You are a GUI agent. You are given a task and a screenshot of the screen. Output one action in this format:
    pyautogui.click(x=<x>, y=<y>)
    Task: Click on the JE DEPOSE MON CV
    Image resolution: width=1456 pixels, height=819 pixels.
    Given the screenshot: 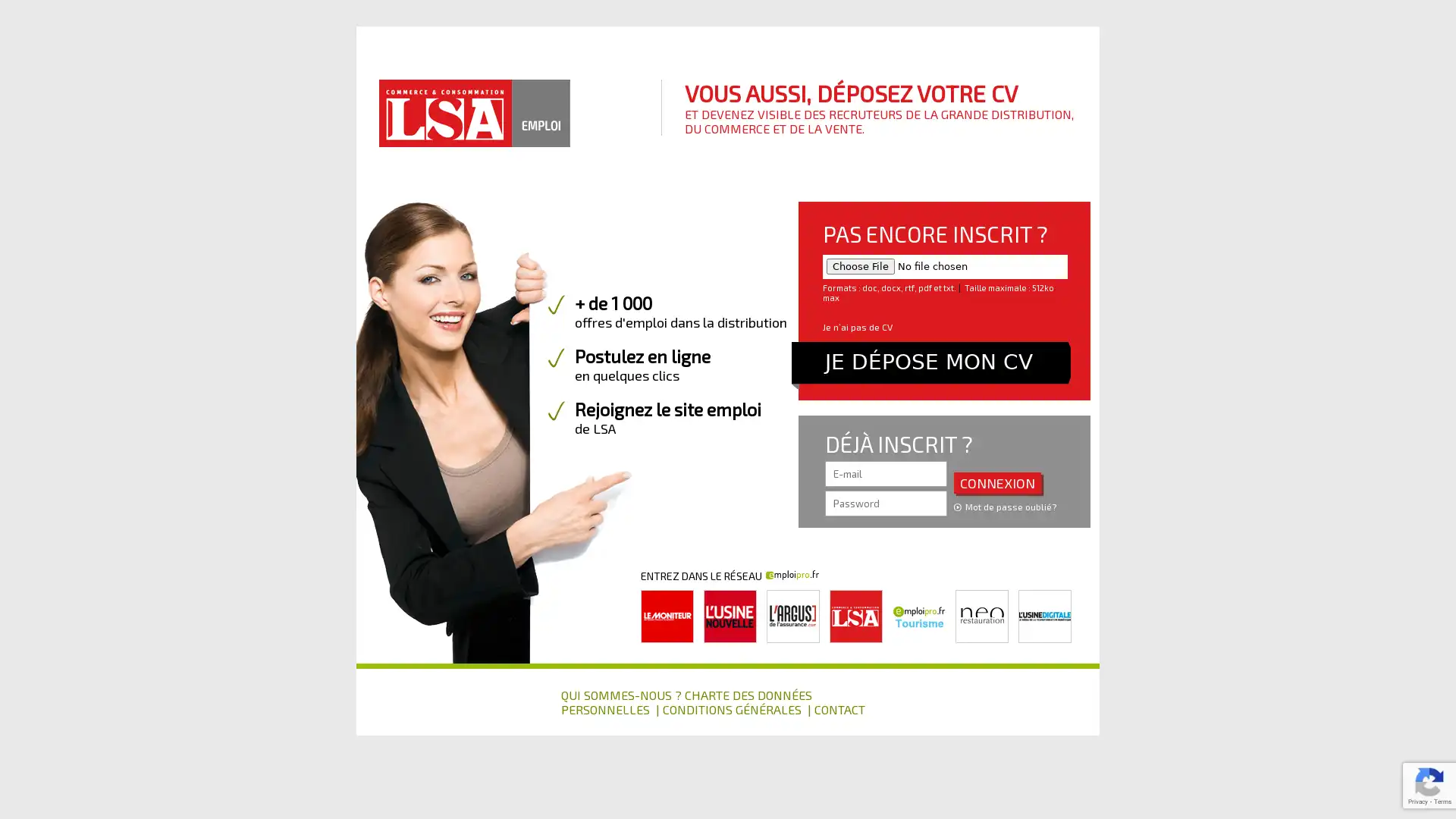 What is the action you would take?
    pyautogui.click(x=929, y=365)
    